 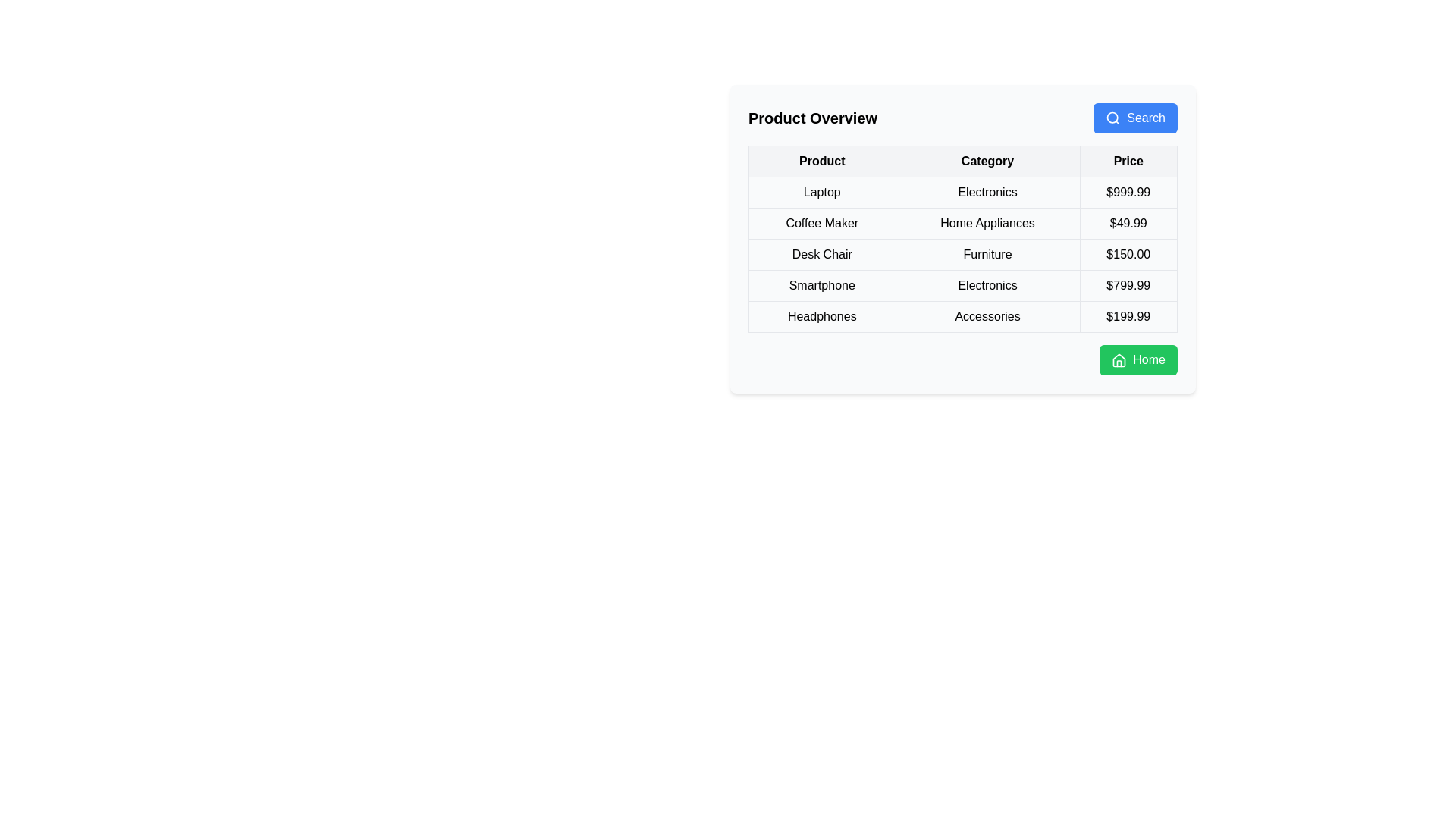 I want to click on the text label categorizing 'Coffee Maker' in the 'Category' column of the product table, so click(x=987, y=223).